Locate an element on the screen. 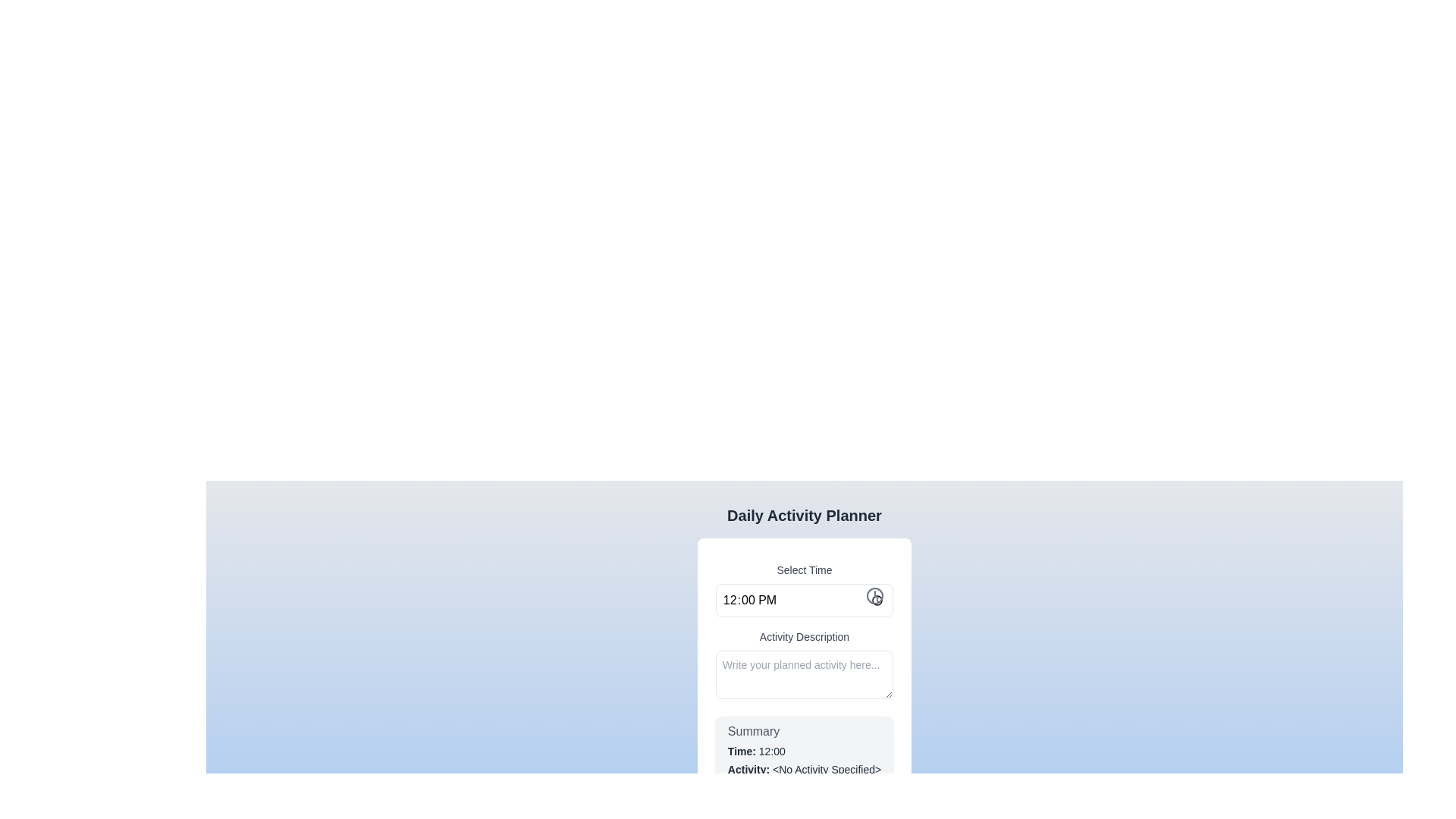 The height and width of the screenshot is (819, 1456). the text label displaying 'Activity: <No Activity Specified>' which is the second line in the summary section, following the 'Time: 12:00' label, aligned to the left in a small gray font is located at coordinates (803, 769).